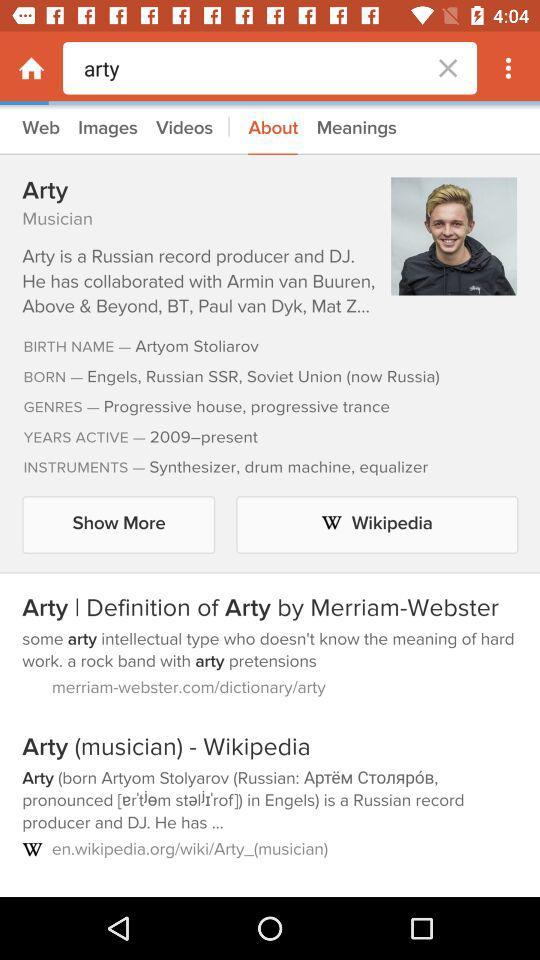  I want to click on files, so click(270, 500).